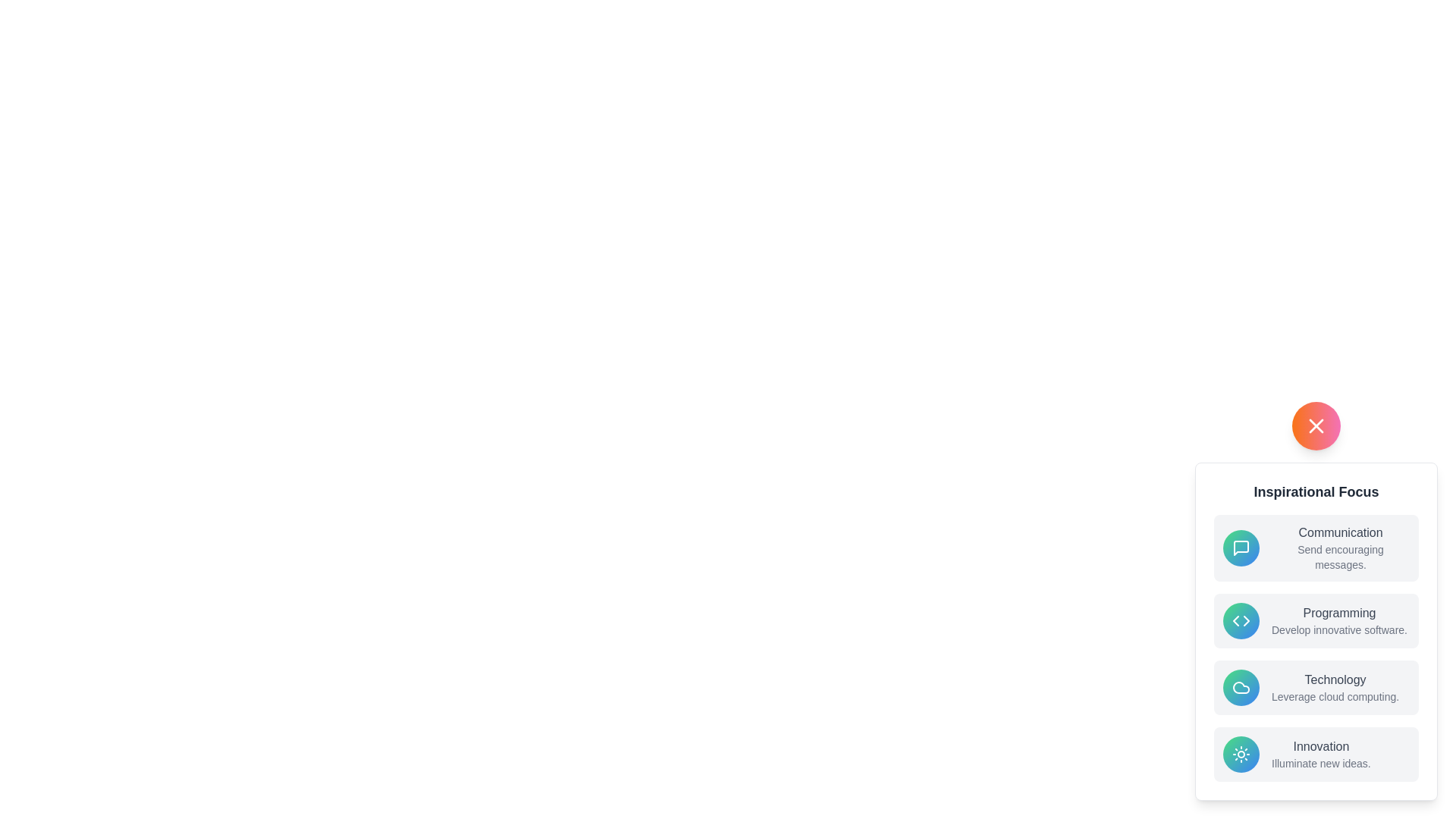 The height and width of the screenshot is (819, 1456). I want to click on the Programming menu item, so click(1316, 620).